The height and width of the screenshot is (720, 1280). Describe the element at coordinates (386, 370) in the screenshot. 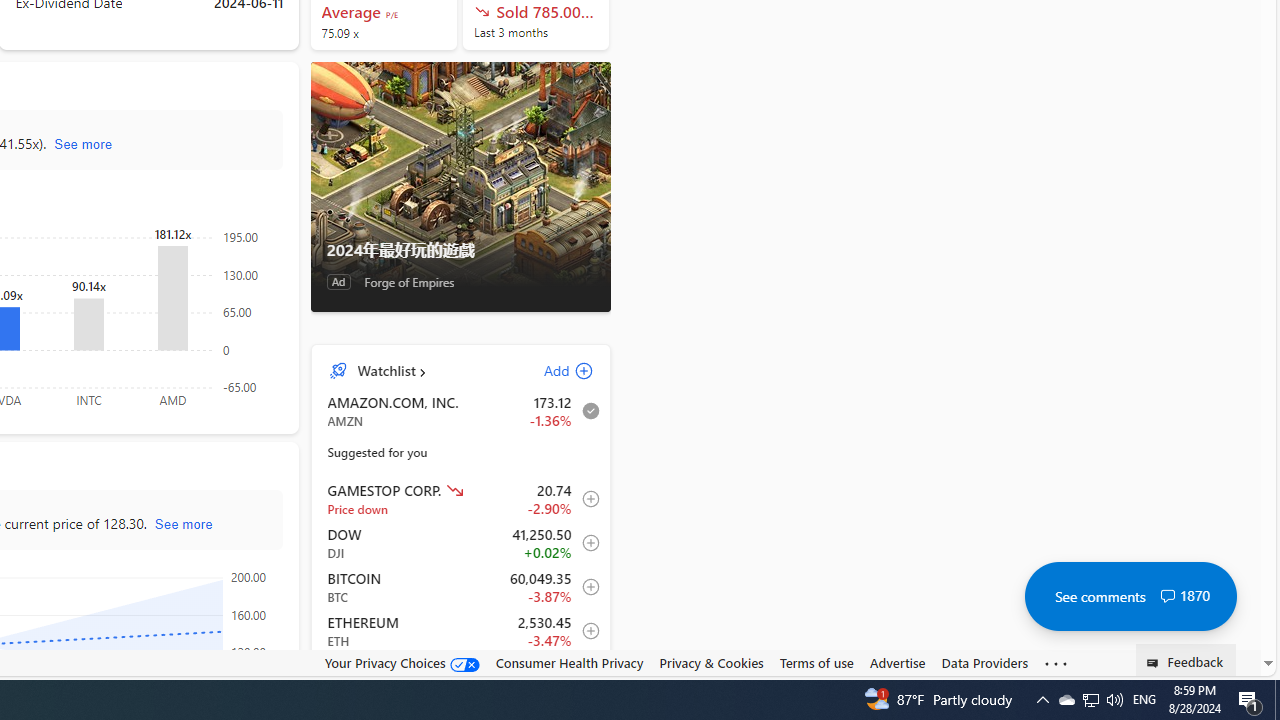

I see `'Watchlist'` at that location.